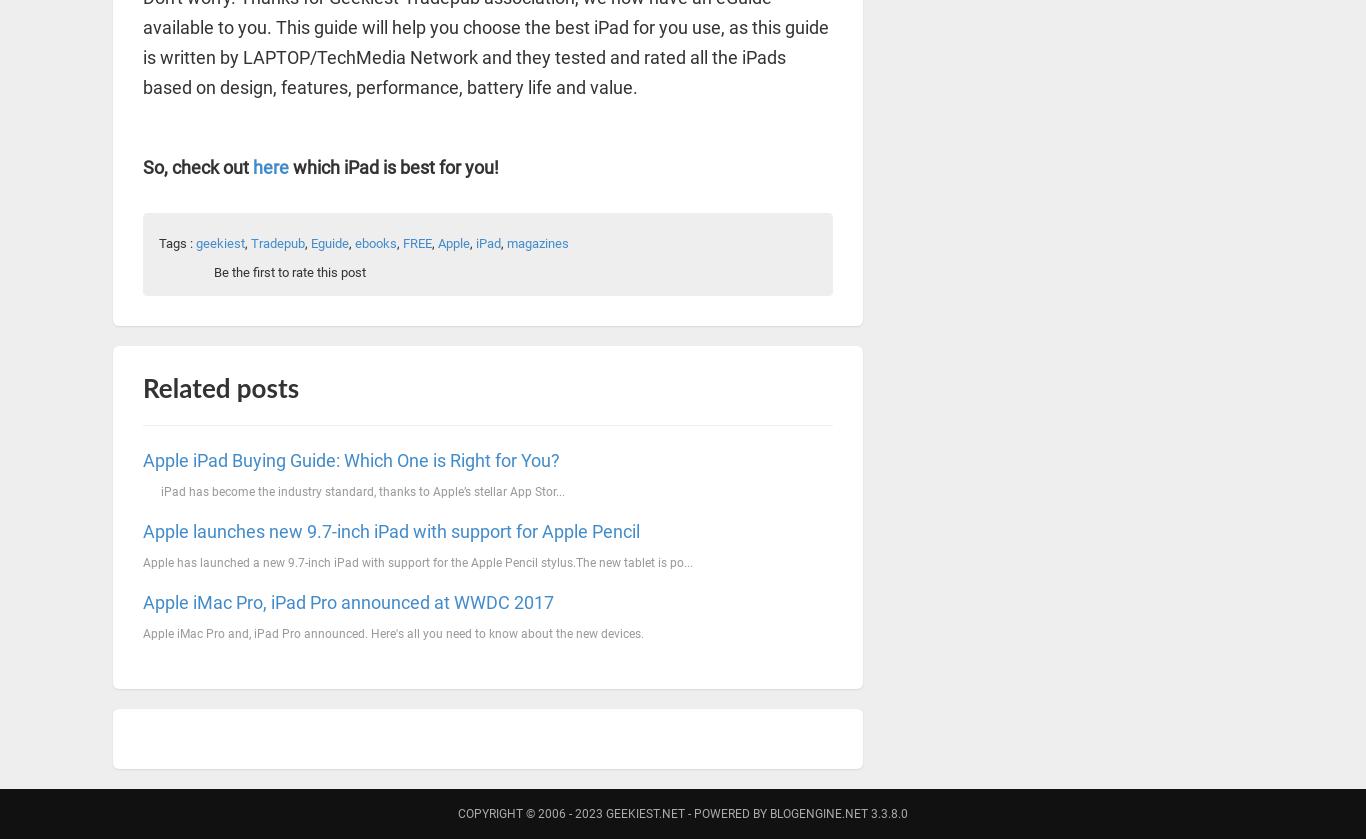  I want to click on 'Apple has launched a new 9.7-inch iPad with support for the Apple Pencil stylus.The new tablet is po...', so click(416, 560).